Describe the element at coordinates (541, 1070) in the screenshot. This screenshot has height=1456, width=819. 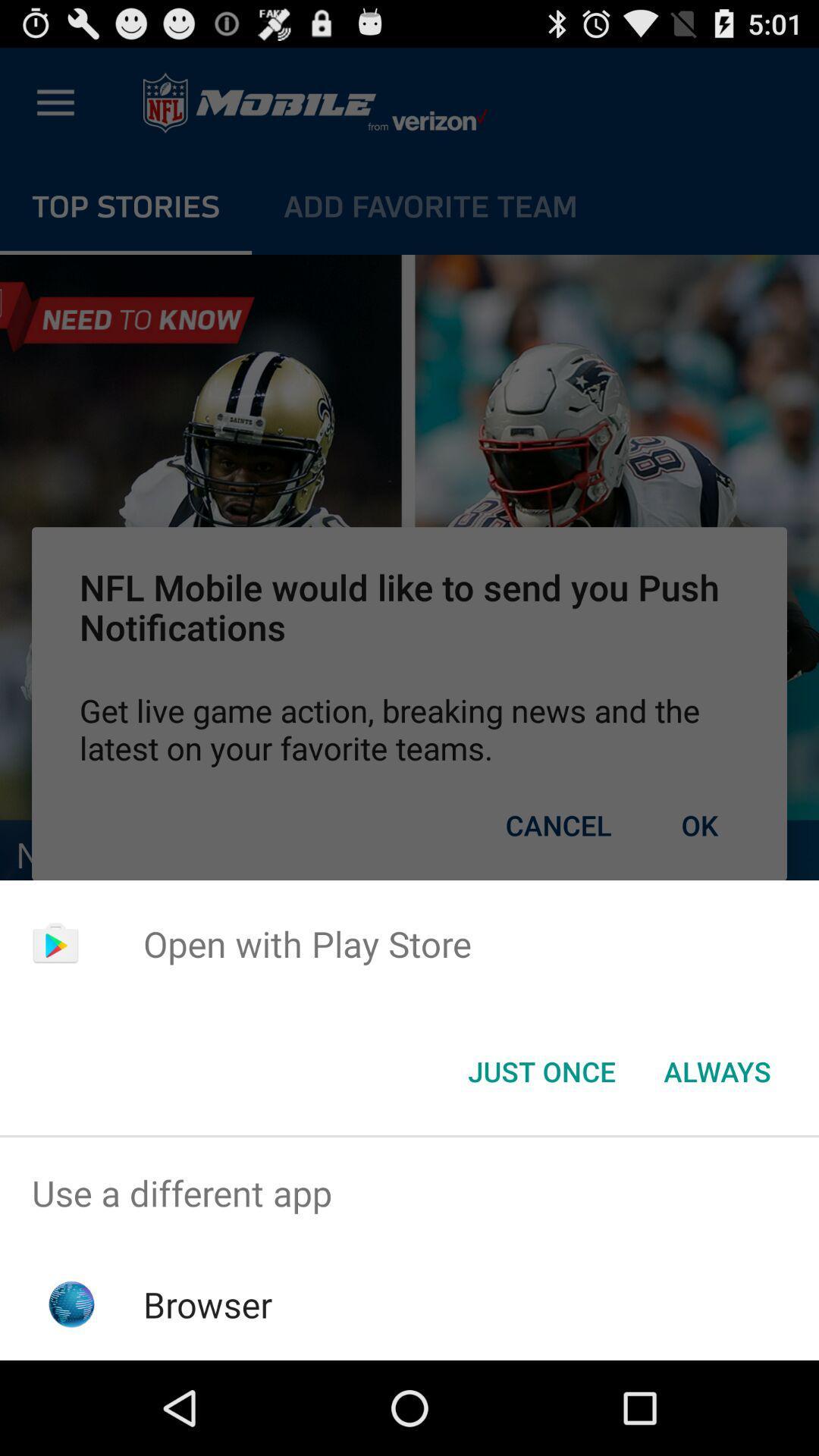
I see `the app below the open with play` at that location.